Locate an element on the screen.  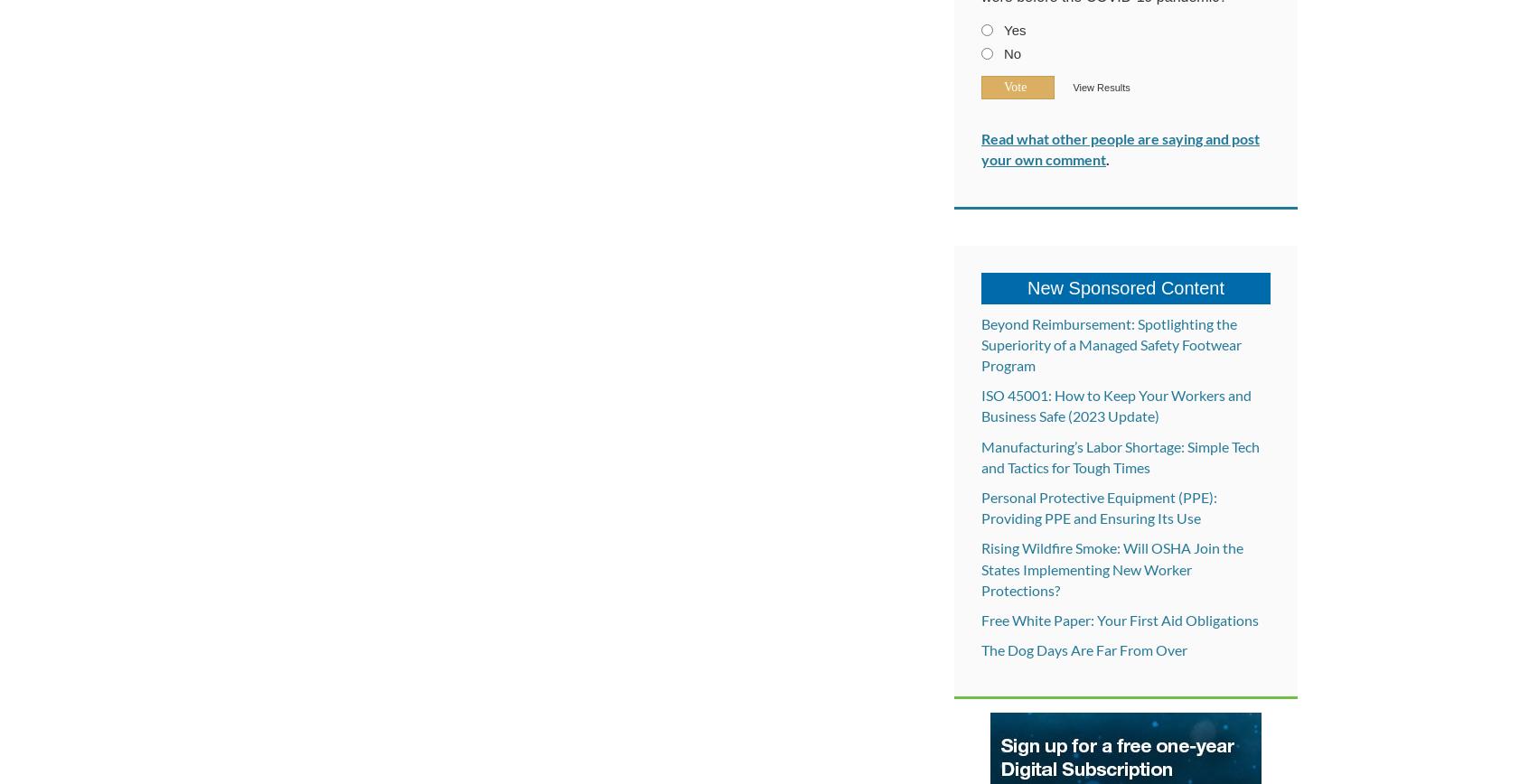
'Read what other people are saying and post your own comment' is located at coordinates (1121, 149).